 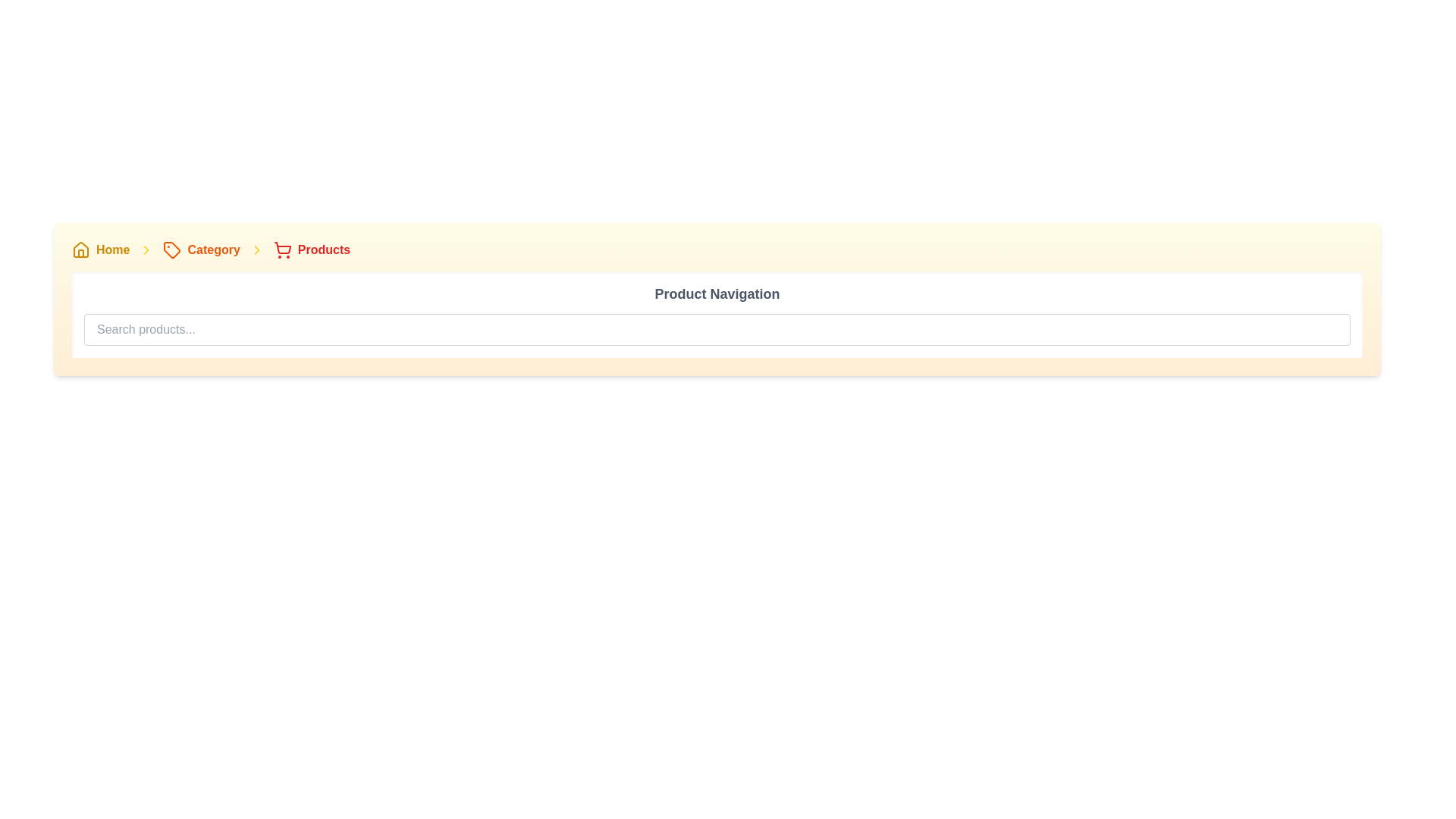 I want to click on the 'Category' text element with an orange font and a price tag icon in the breadcrumb navigation bar, positioned as the second item, to analyze its content, so click(x=201, y=249).